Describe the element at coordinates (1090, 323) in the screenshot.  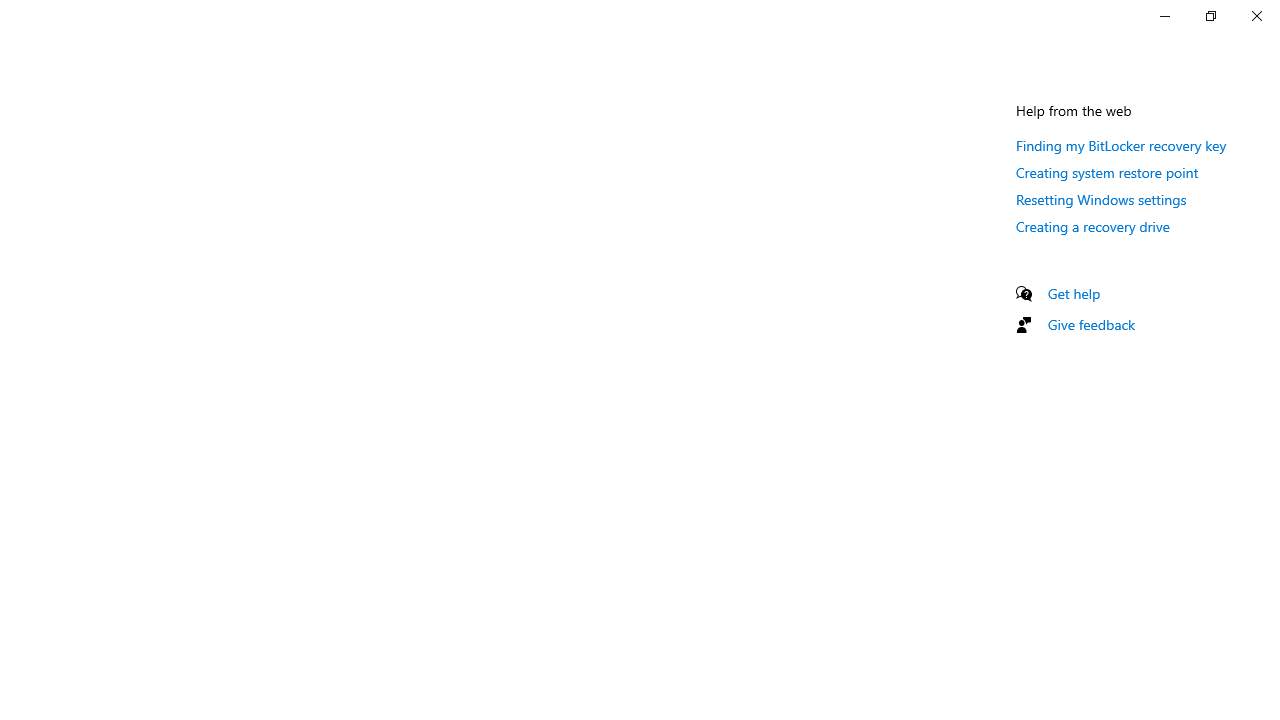
I see `'Give feedback'` at that location.